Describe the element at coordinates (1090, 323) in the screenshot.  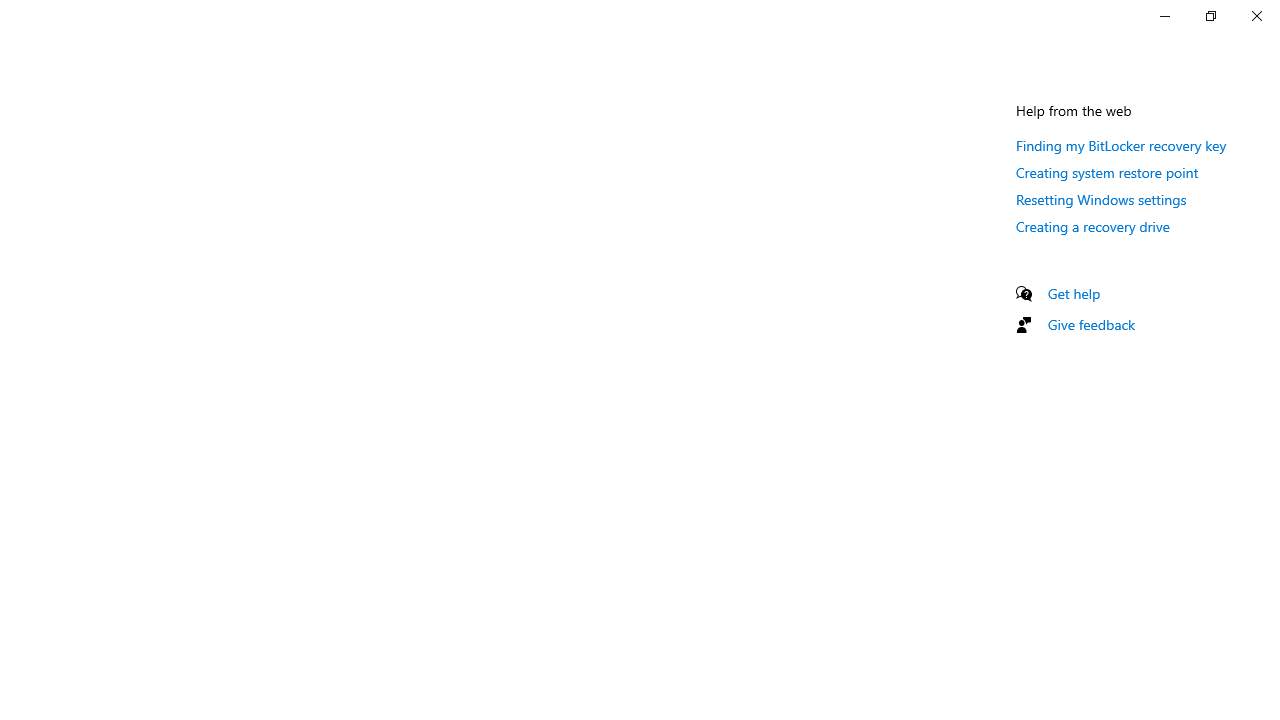
I see `'Give feedback'` at that location.